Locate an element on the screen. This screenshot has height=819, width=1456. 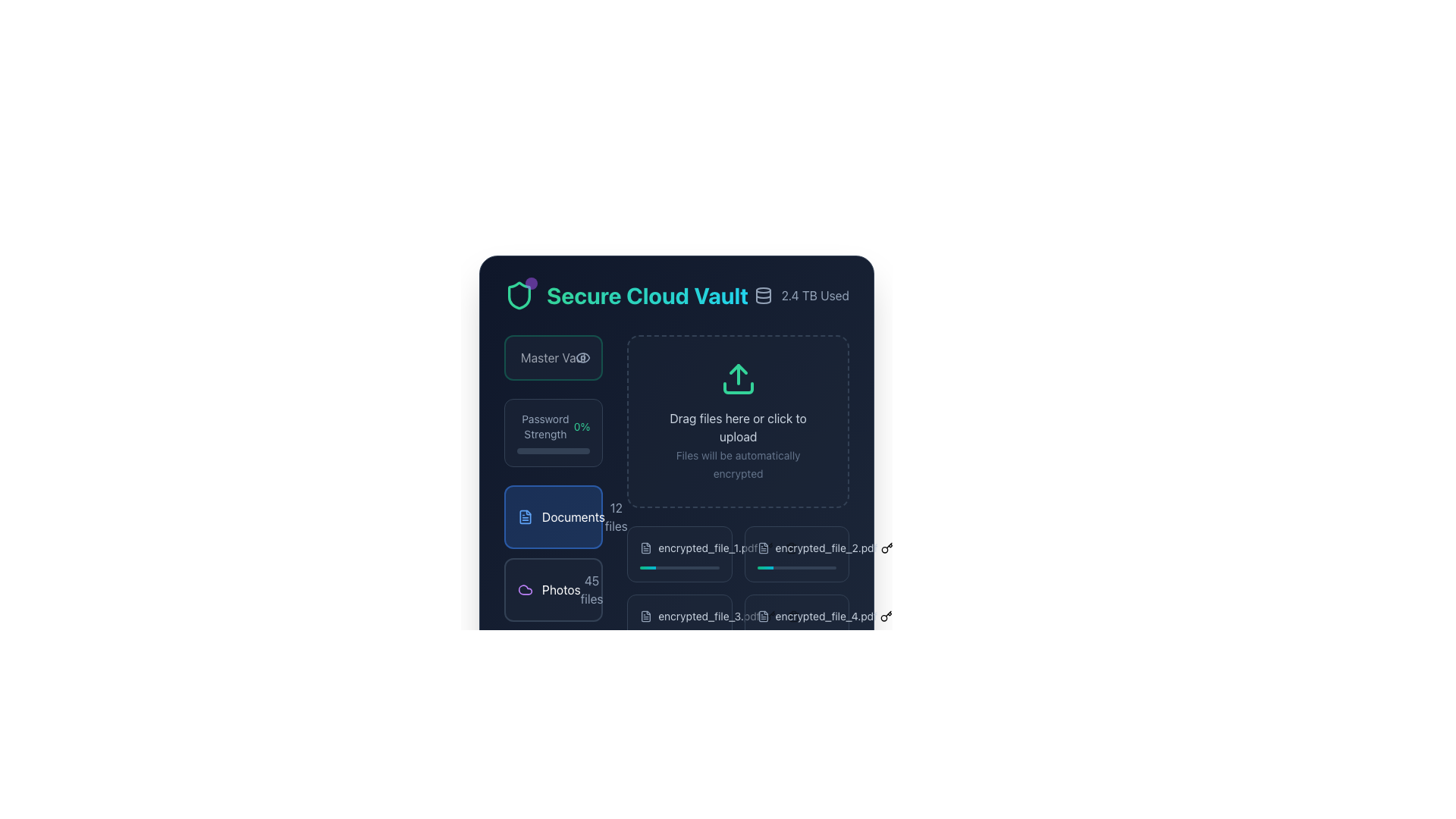
the trash can icon button located on the right side of the file entry labeled 'encrypted_file_2.pdf' is located at coordinates (790, 548).